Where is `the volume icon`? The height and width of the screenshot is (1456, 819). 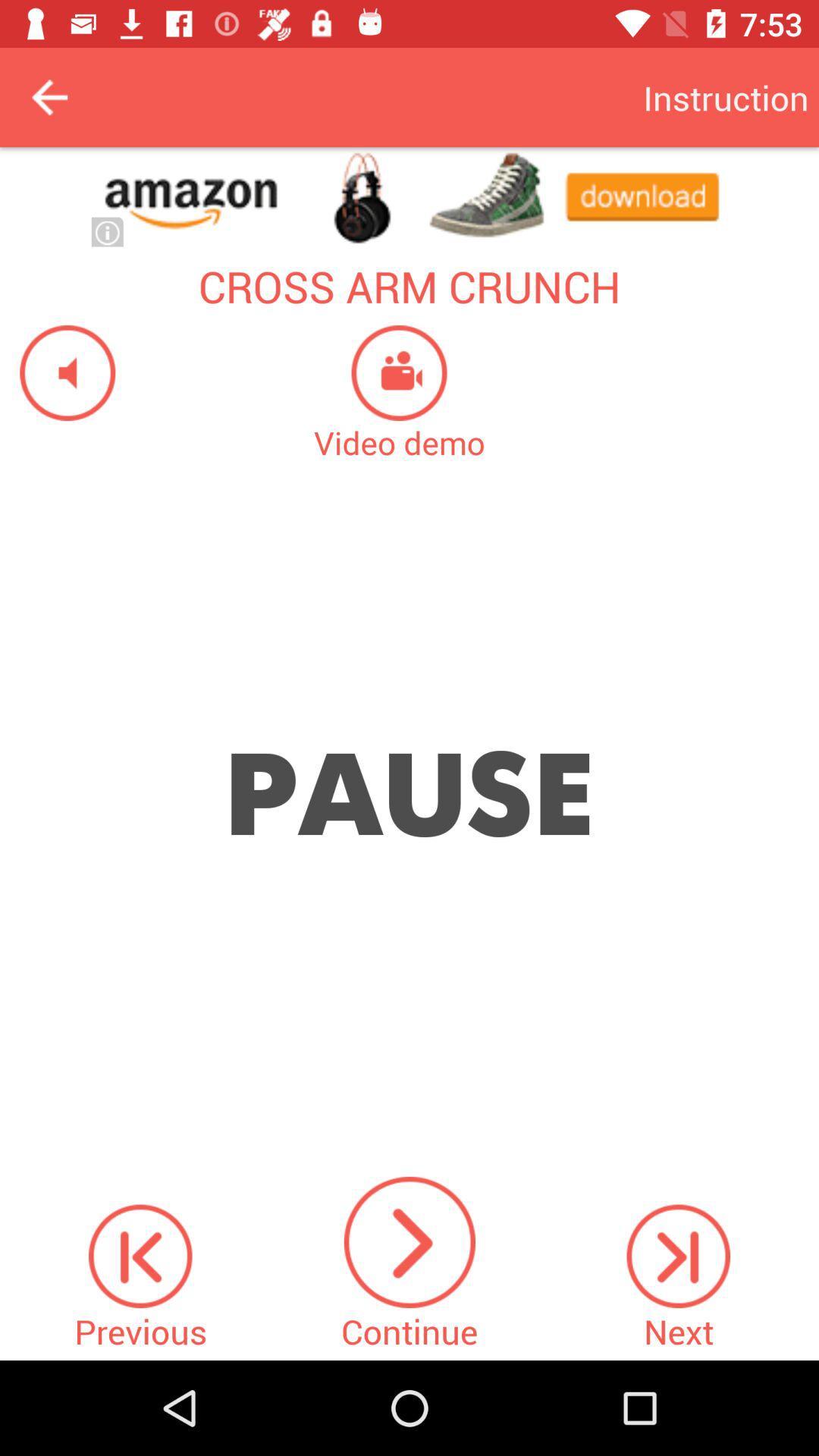 the volume icon is located at coordinates (57, 372).